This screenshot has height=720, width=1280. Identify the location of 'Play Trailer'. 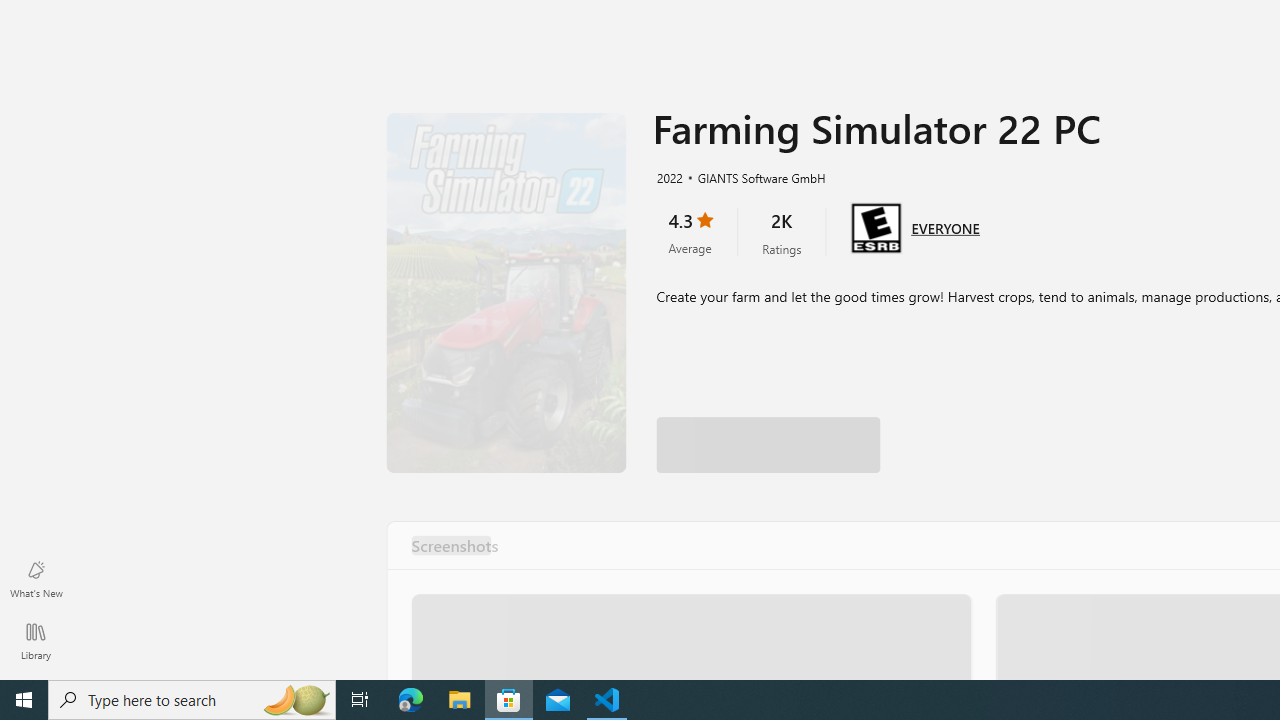
(506, 293).